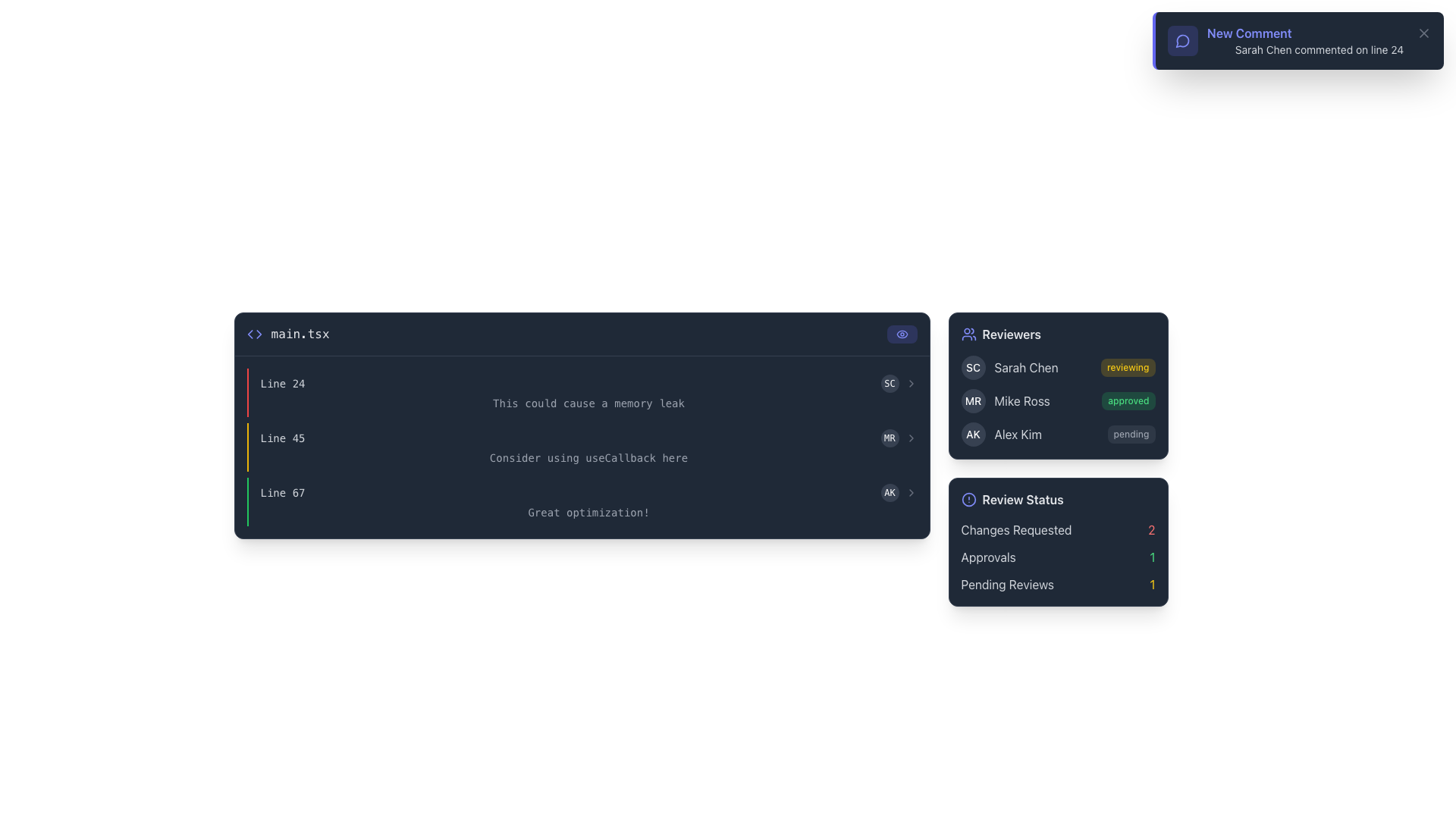 The width and height of the screenshot is (1456, 819). Describe the element at coordinates (1022, 400) in the screenshot. I see `the text label displaying 'Mike Ross' in the Reviewers panel` at that location.